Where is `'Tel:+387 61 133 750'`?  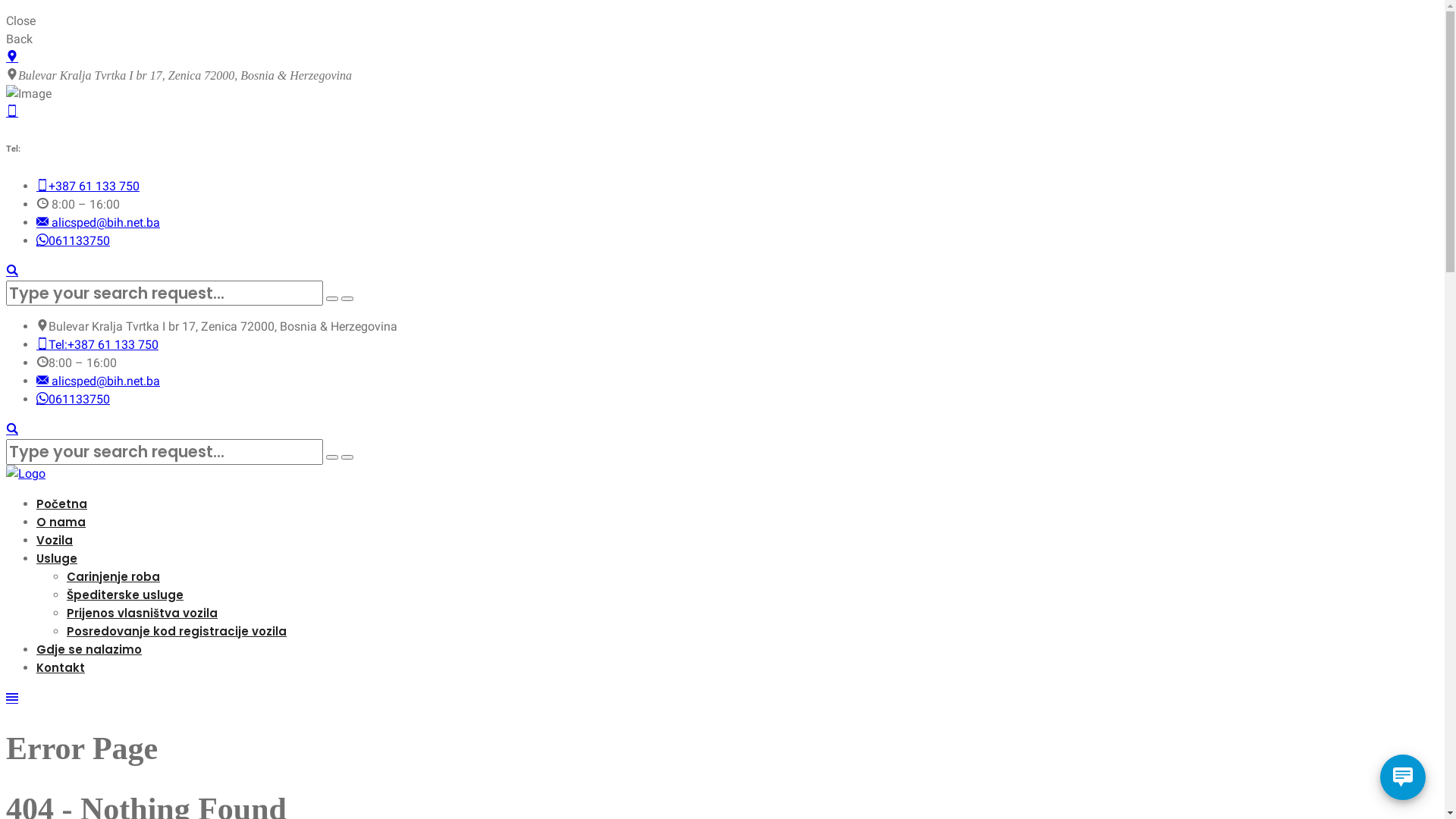
'Tel:+387 61 133 750' is located at coordinates (96, 344).